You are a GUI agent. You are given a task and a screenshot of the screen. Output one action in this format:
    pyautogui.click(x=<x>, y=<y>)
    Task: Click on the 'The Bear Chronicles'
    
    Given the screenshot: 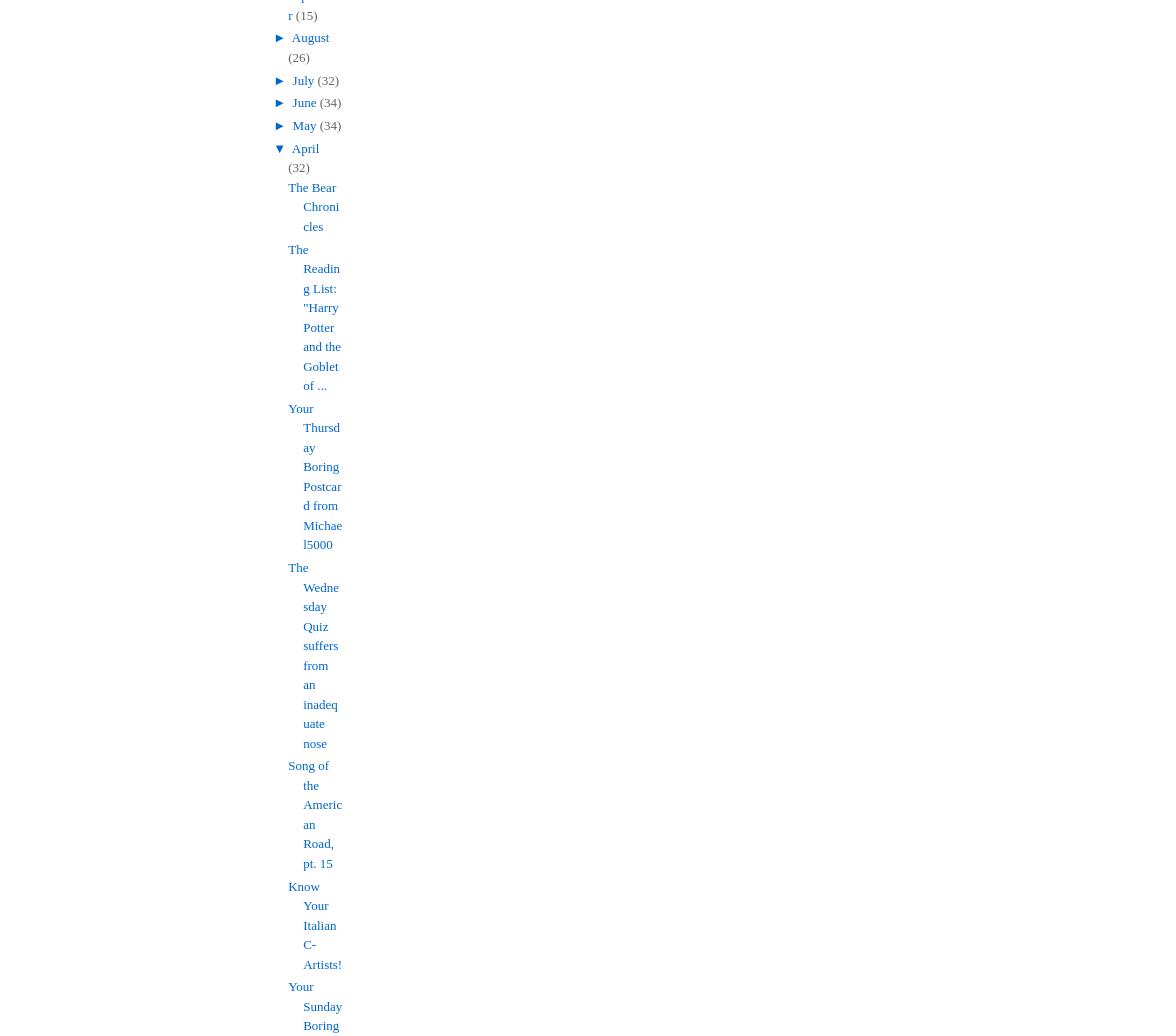 What is the action you would take?
    pyautogui.click(x=313, y=205)
    